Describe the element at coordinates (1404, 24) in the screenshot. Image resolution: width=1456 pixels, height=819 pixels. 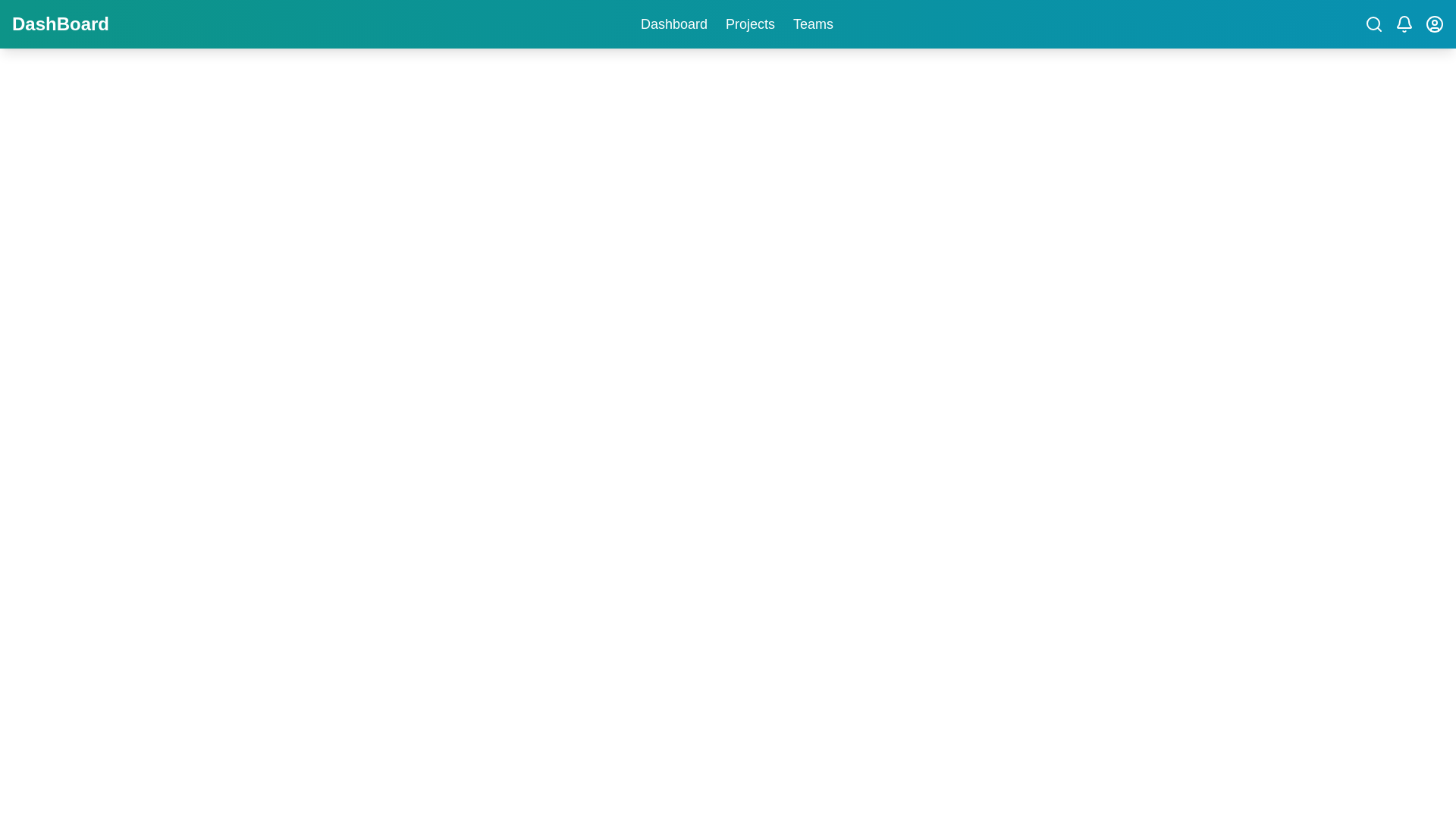
I see `the bell-shaped icon located at the top-right corner of the interface to change its color from white to gray` at that location.